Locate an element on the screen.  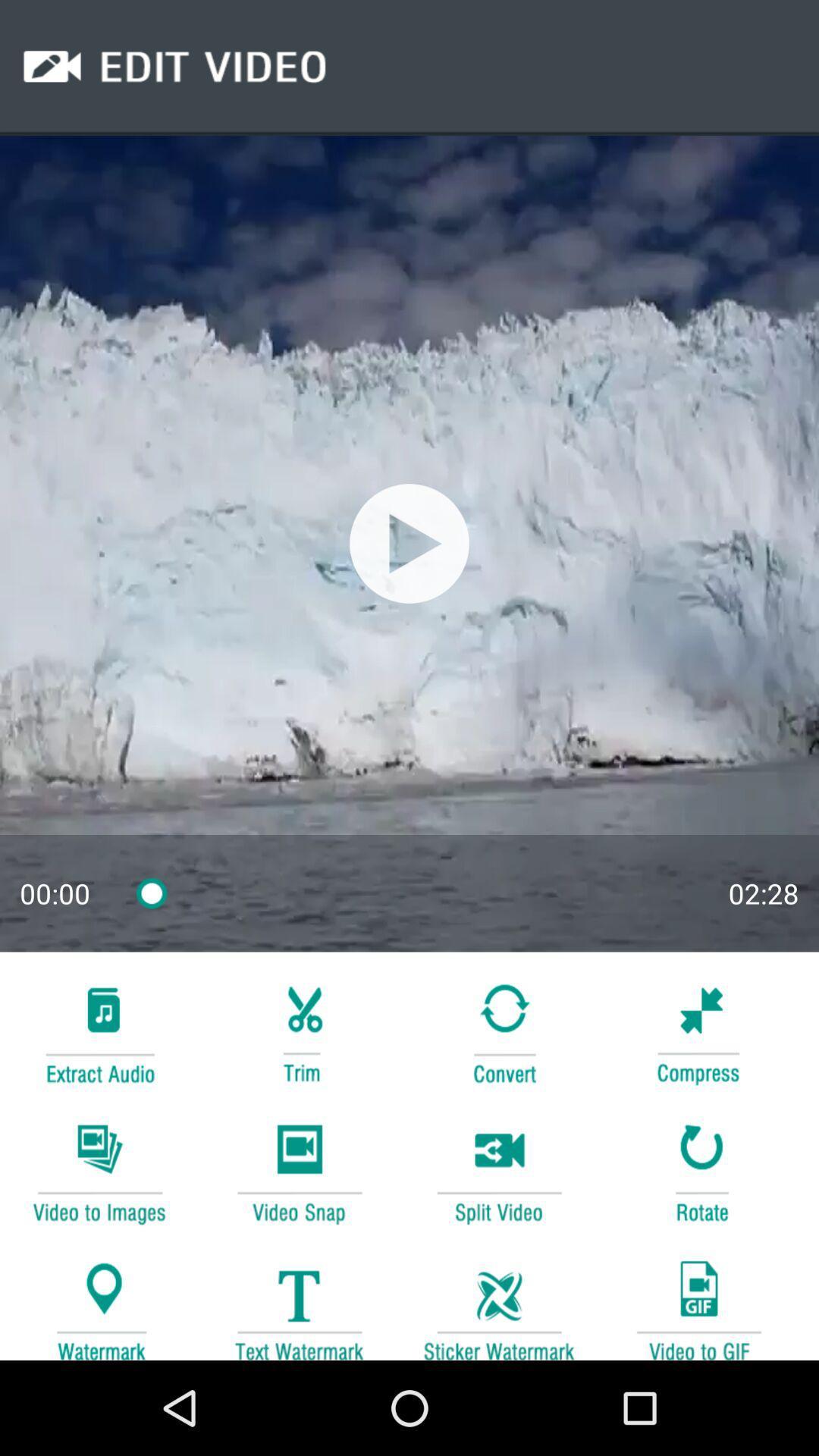
change video to gif is located at coordinates (698, 1302).